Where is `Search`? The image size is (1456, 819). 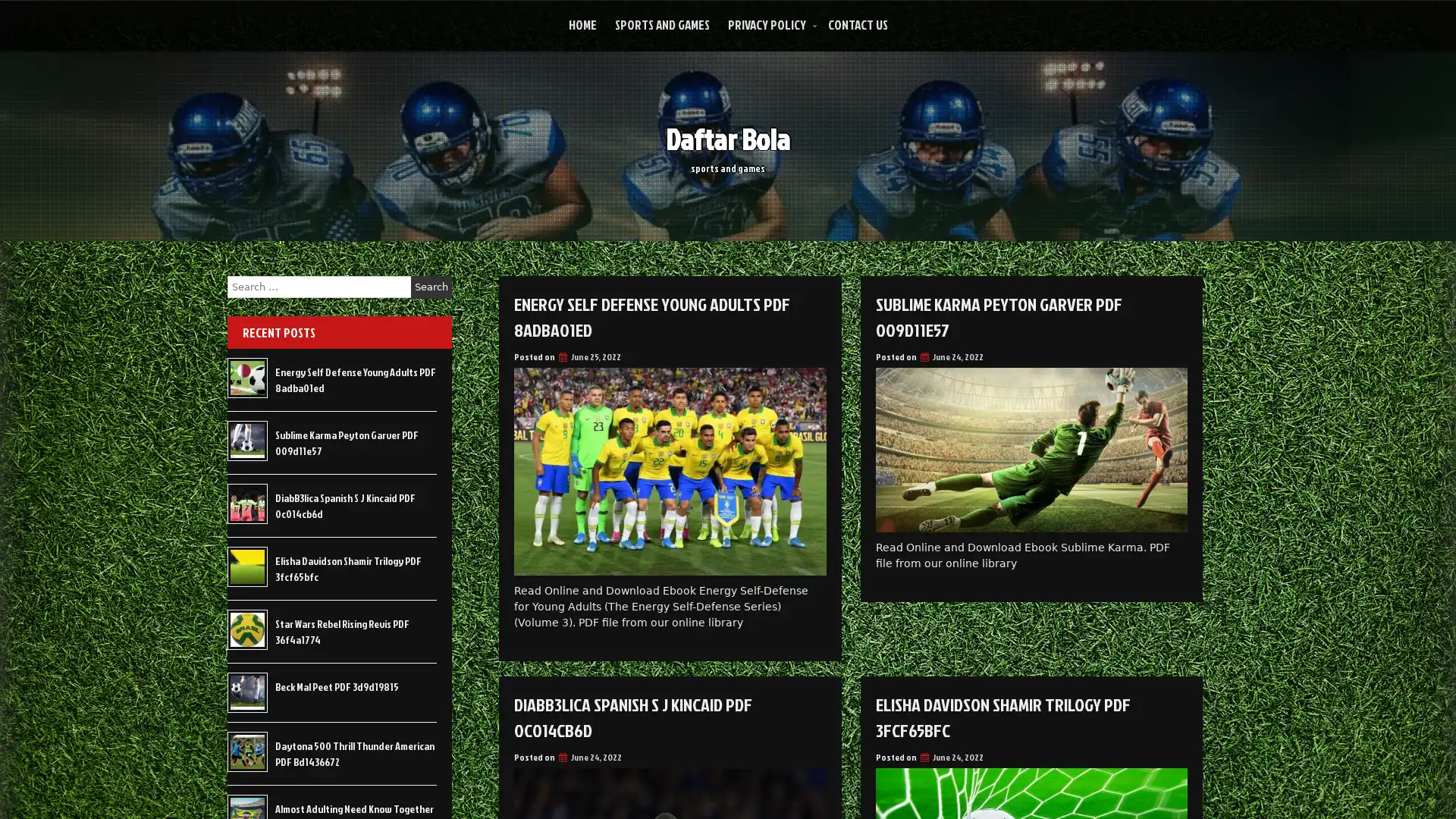
Search is located at coordinates (431, 287).